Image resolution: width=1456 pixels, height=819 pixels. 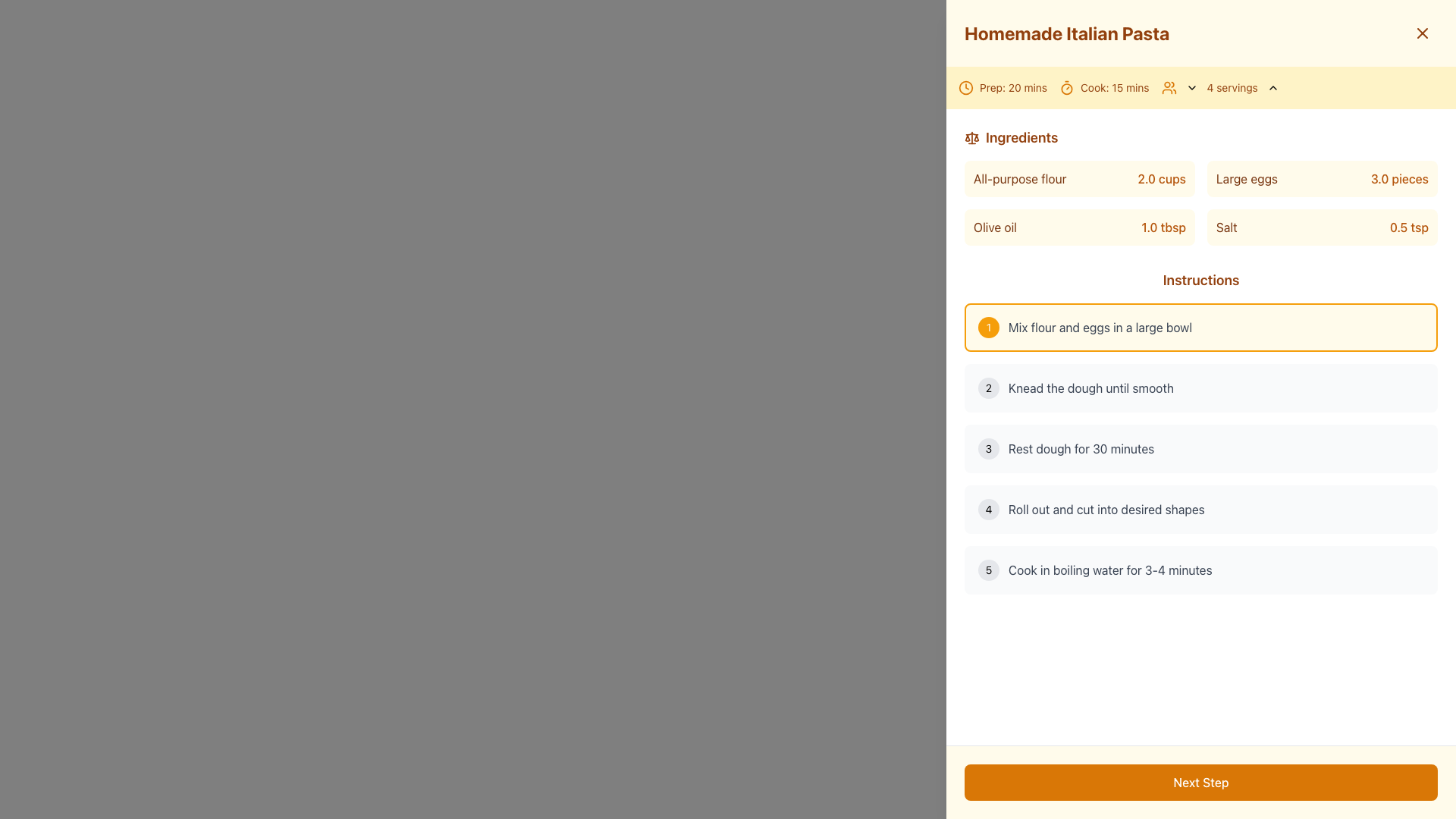 What do you see at coordinates (1247, 177) in the screenshot?
I see `the text label specifying 'Large eggs' in the Ingredients section of the recipe interface, located in the second column of the first row` at bounding box center [1247, 177].